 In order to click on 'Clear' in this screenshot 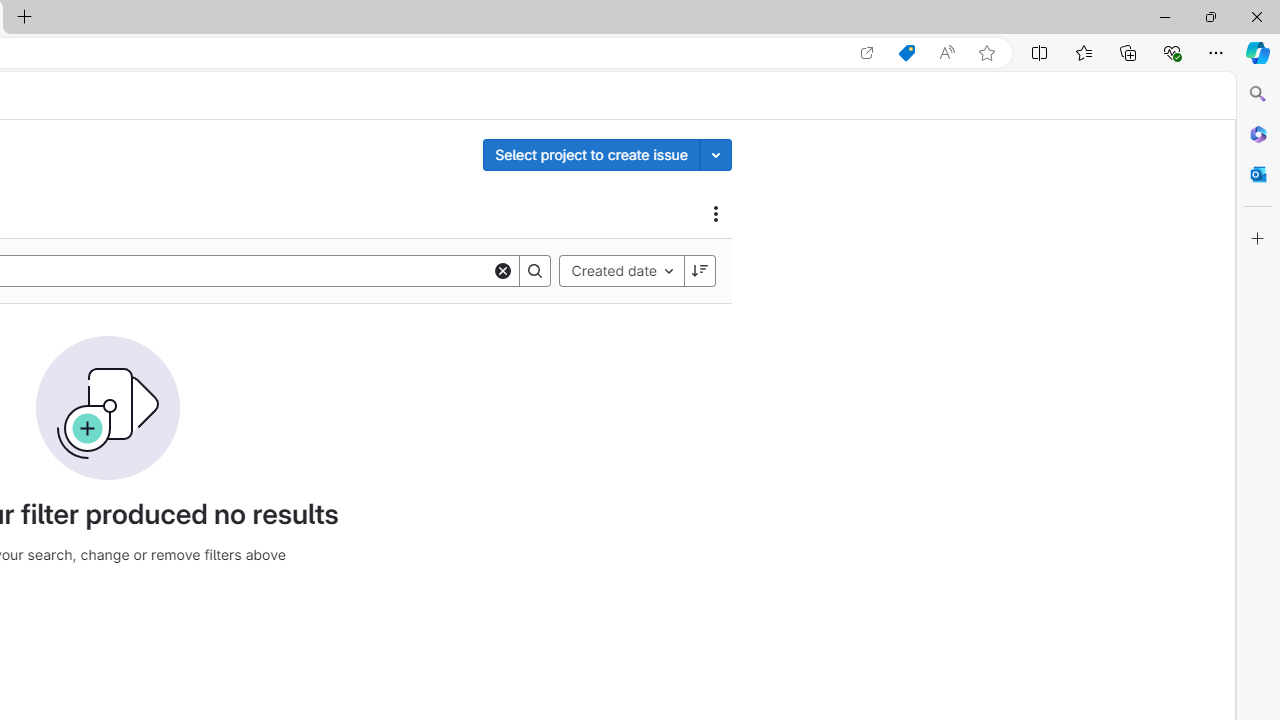, I will do `click(503, 270)`.